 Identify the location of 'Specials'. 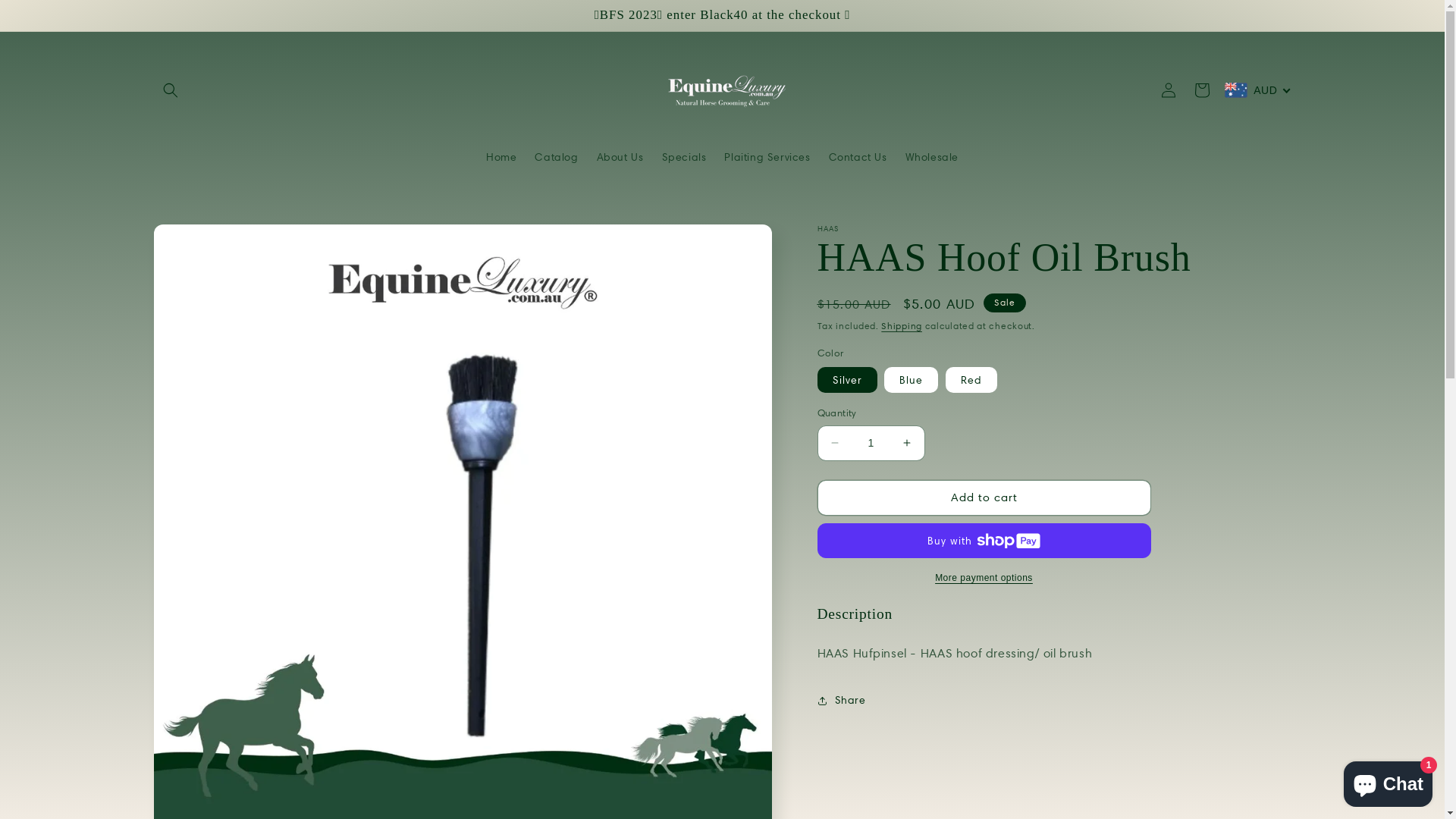
(682, 157).